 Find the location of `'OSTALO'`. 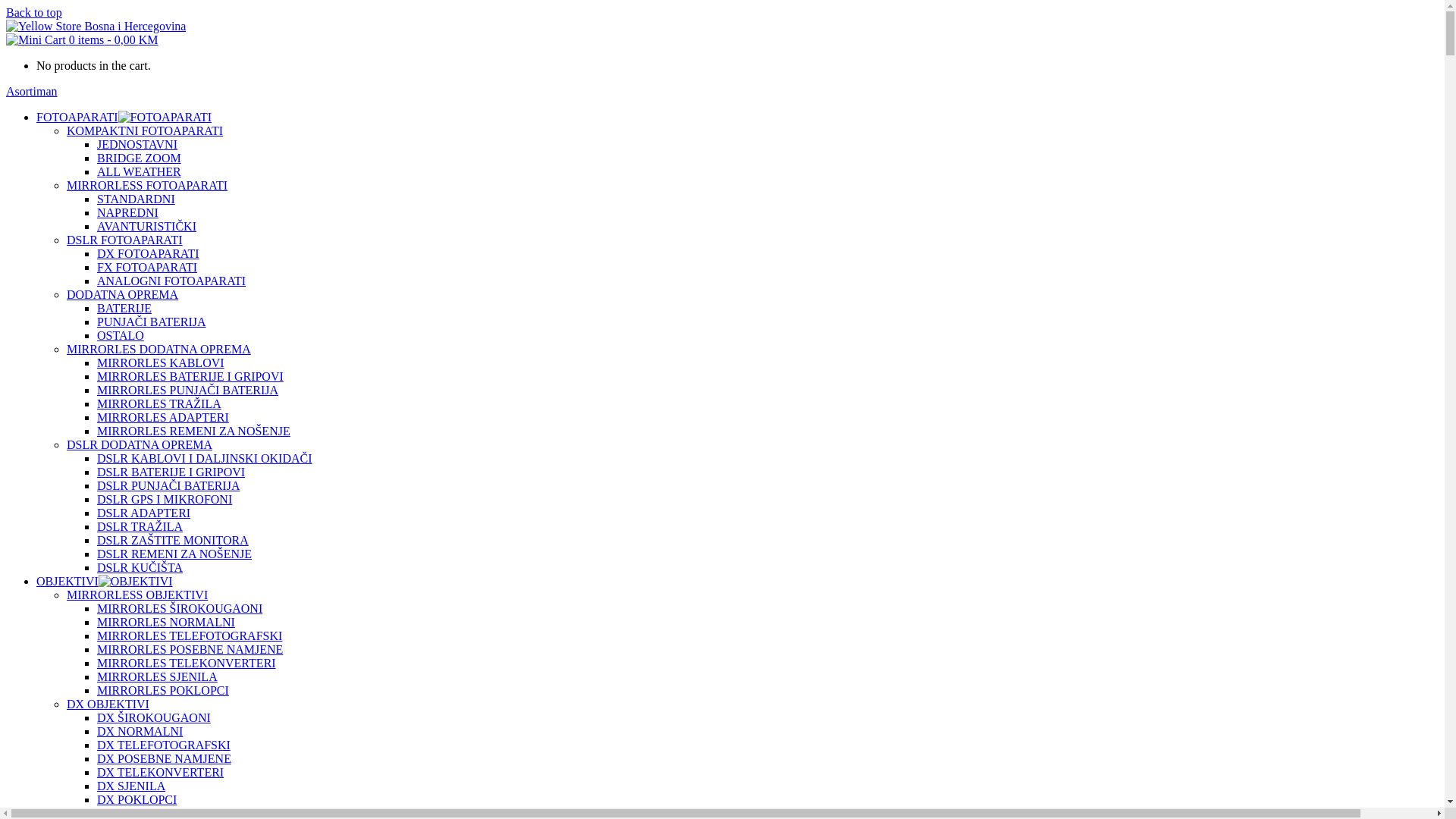

'OSTALO' is located at coordinates (119, 334).